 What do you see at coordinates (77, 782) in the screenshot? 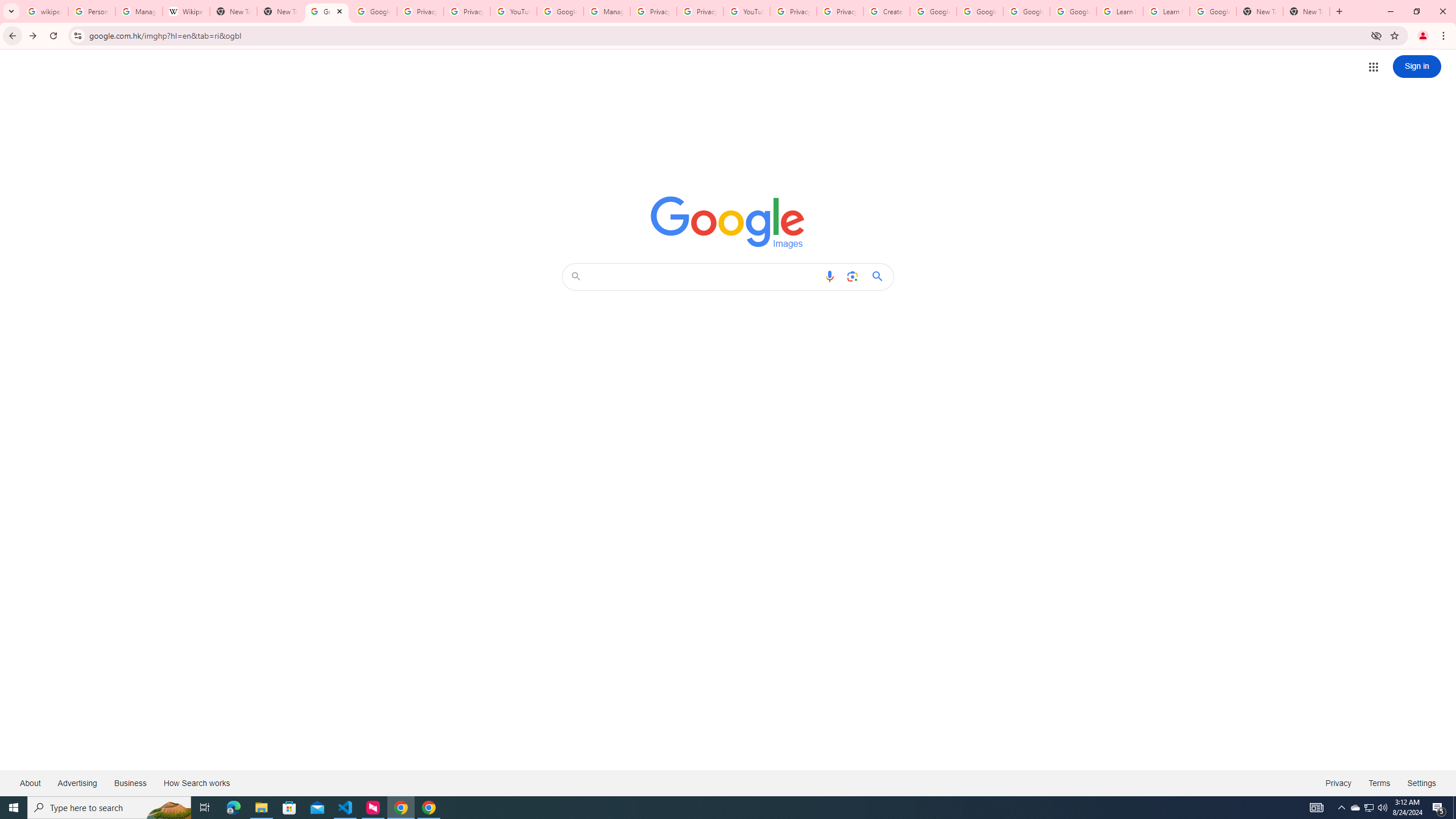
I see `'Advertising'` at bounding box center [77, 782].